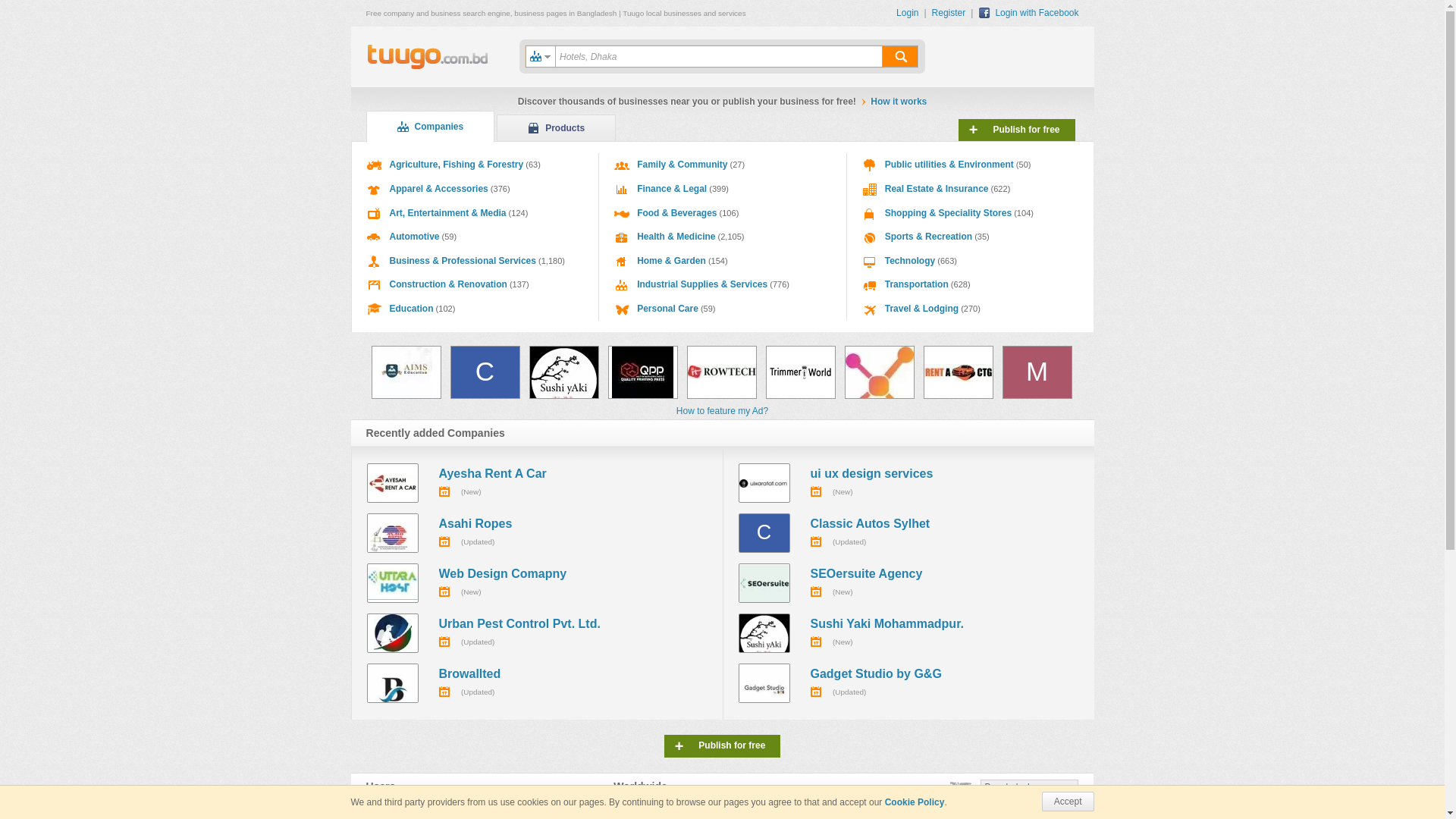  I want to click on ' Travel & Lodging (270)', so click(971, 309).